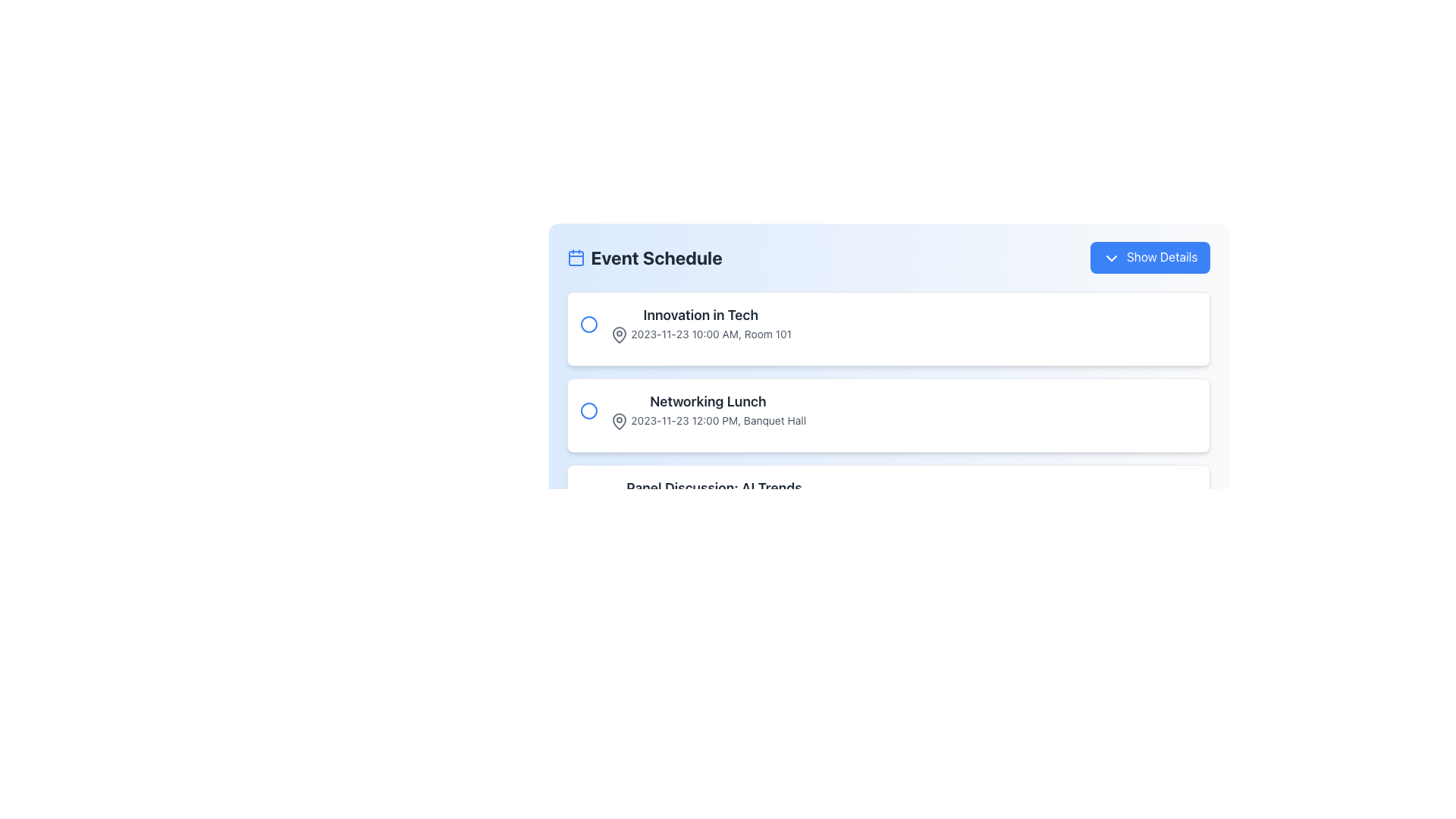 The image size is (1456, 819). I want to click on the Text Label element displaying 'Panel Discussion: AI Trends', which is located beneath 'Networking Lunch' in the Event Schedule section, so click(713, 497).